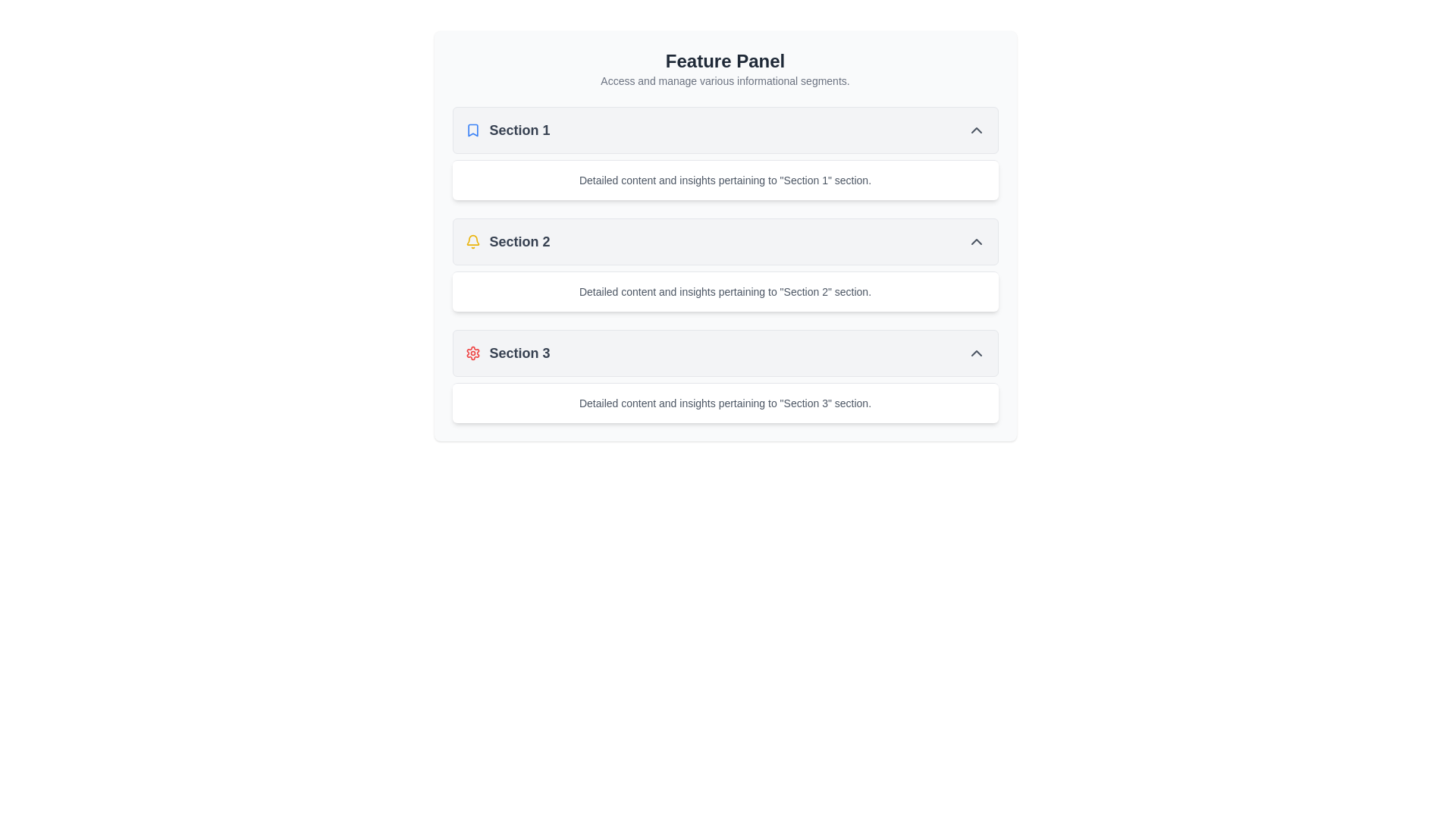 Image resolution: width=1456 pixels, height=819 pixels. What do you see at coordinates (976, 130) in the screenshot?
I see `the upward-pointing chevron button in the top-right corner of the 'Section 1' card` at bounding box center [976, 130].